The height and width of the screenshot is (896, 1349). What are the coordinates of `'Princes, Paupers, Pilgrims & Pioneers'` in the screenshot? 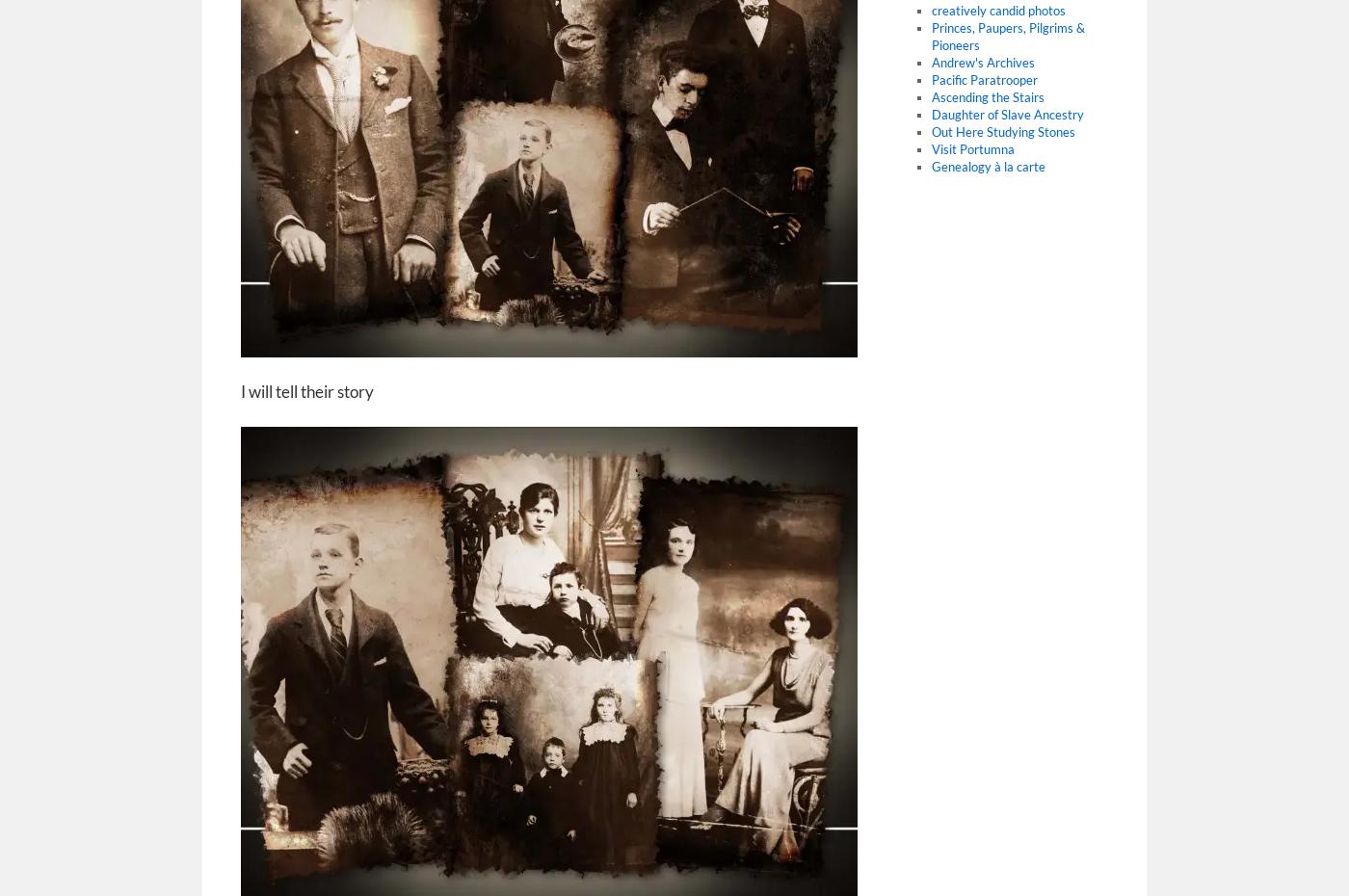 It's located at (1007, 36).